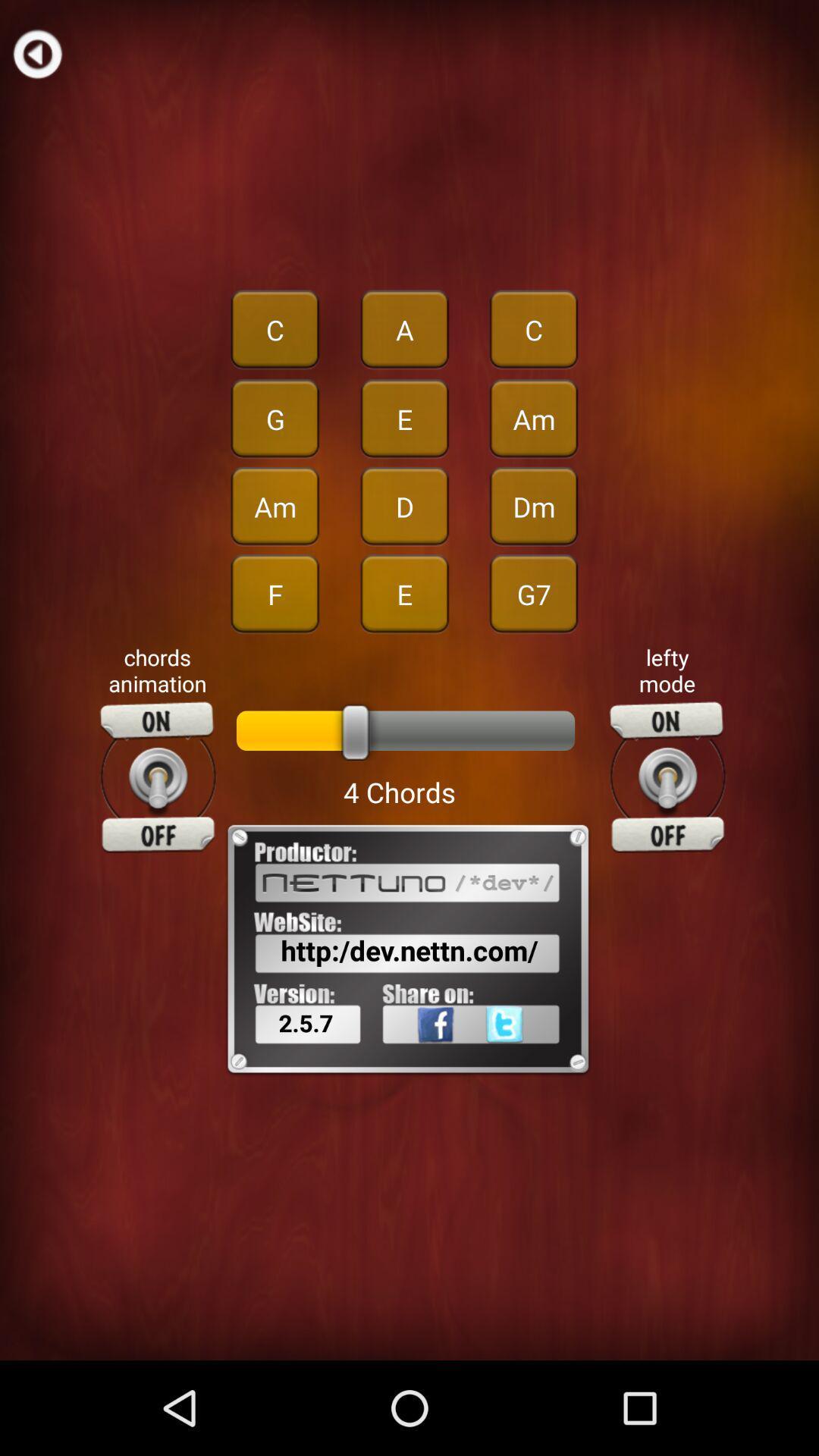  What do you see at coordinates (416, 1057) in the screenshot?
I see `share on facebook` at bounding box center [416, 1057].